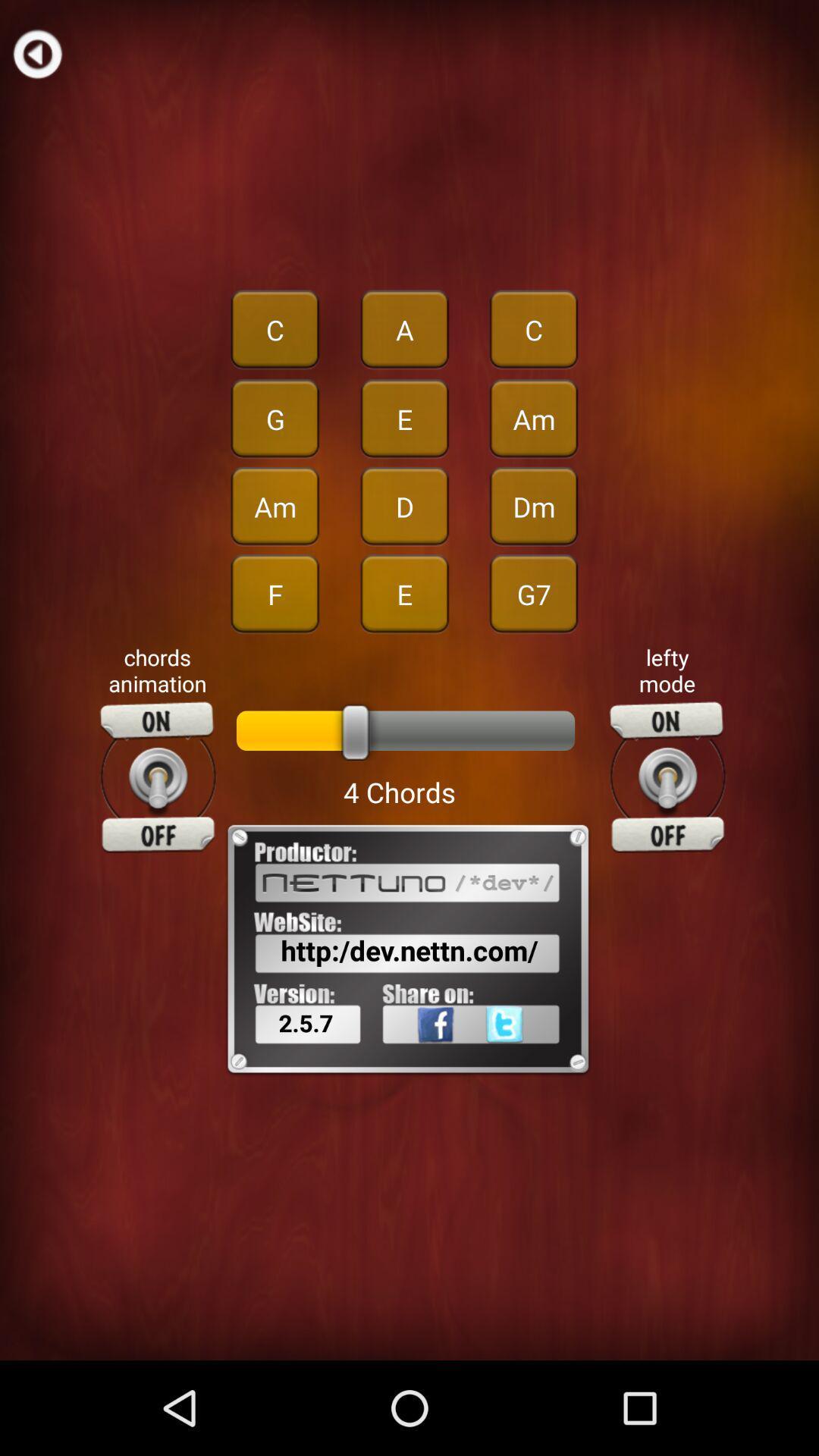  What do you see at coordinates (416, 1057) in the screenshot?
I see `share on facebook` at bounding box center [416, 1057].